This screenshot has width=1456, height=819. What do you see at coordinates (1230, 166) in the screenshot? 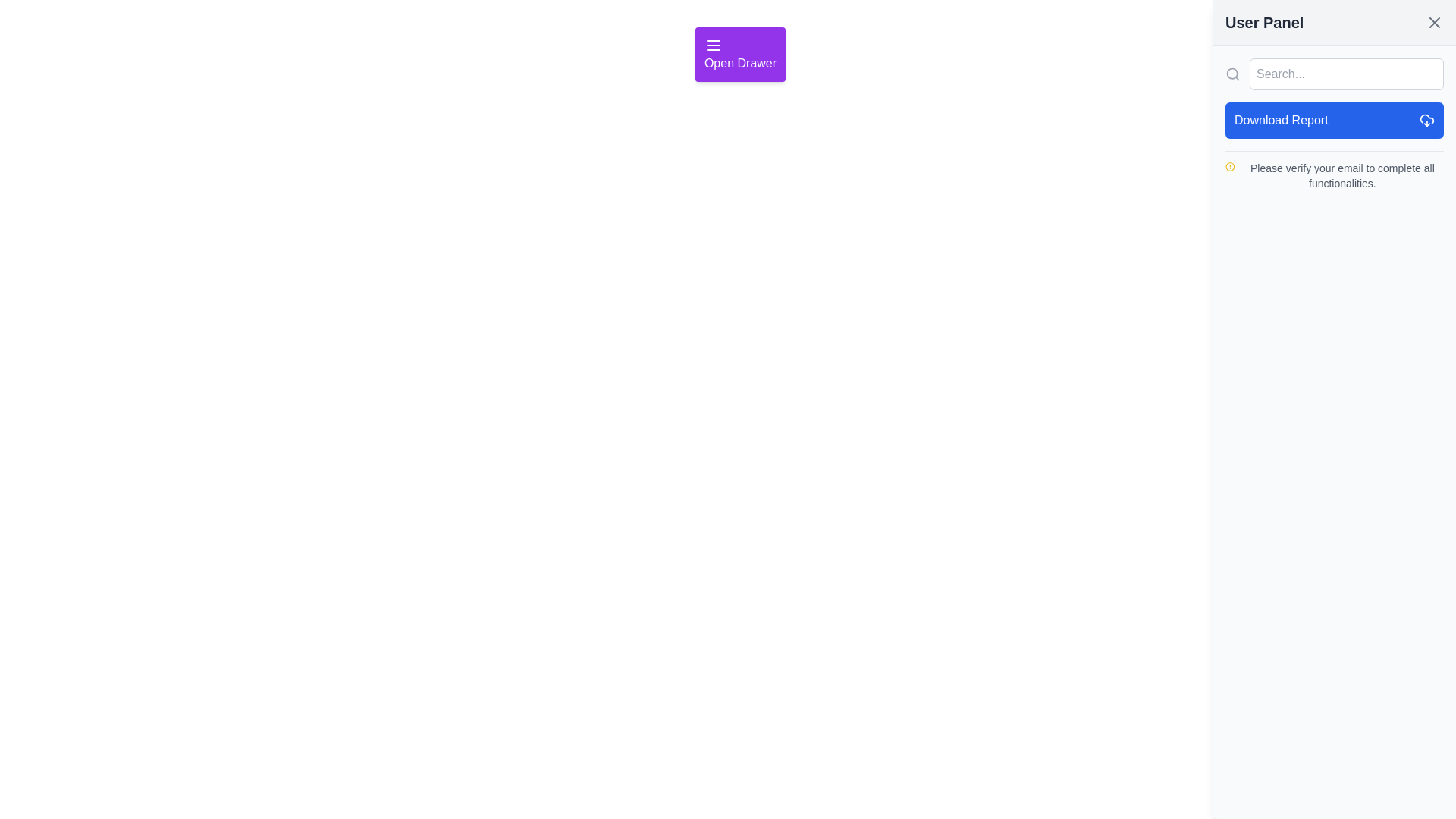
I see `the warning or alert icon associated with the notification message located at the start of the sentence 'Please verify your email to complete all functionalities.' in the right-side user panel` at bounding box center [1230, 166].